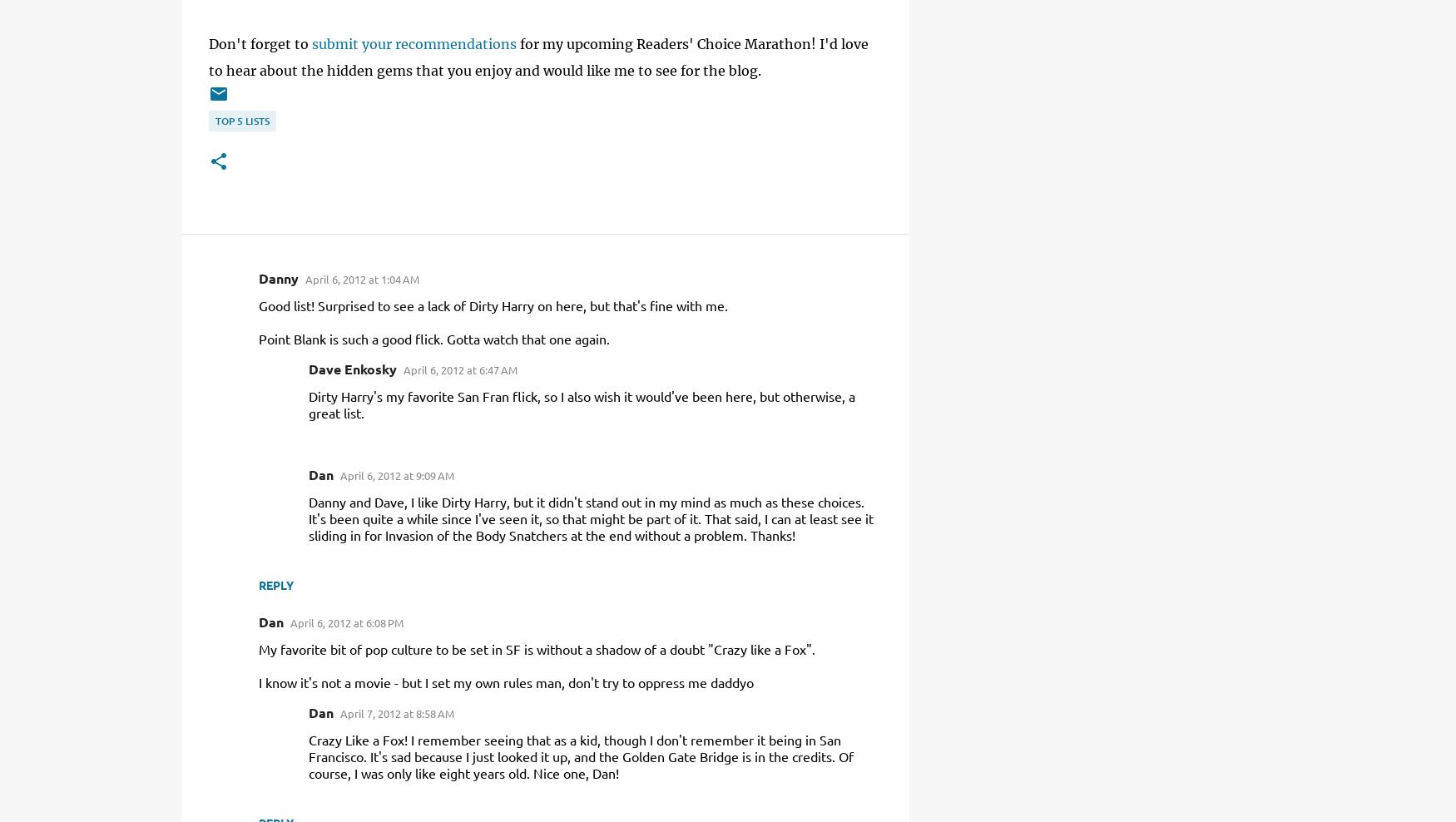  I want to click on 'Good list! Surprised to see a lack of Dirty Harry on here, but that's fine with me.', so click(257, 305).